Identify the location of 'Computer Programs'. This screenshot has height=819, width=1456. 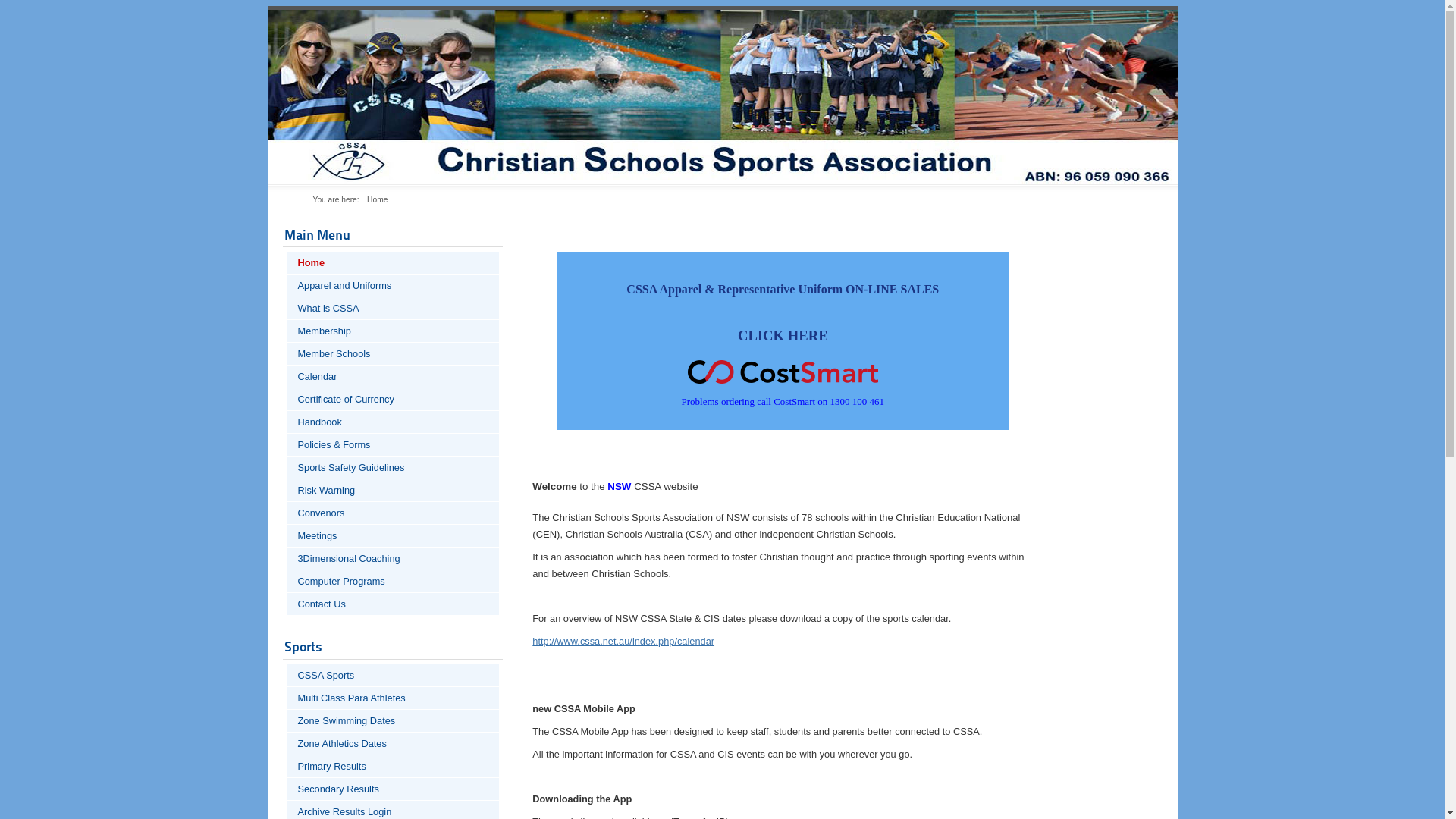
(393, 580).